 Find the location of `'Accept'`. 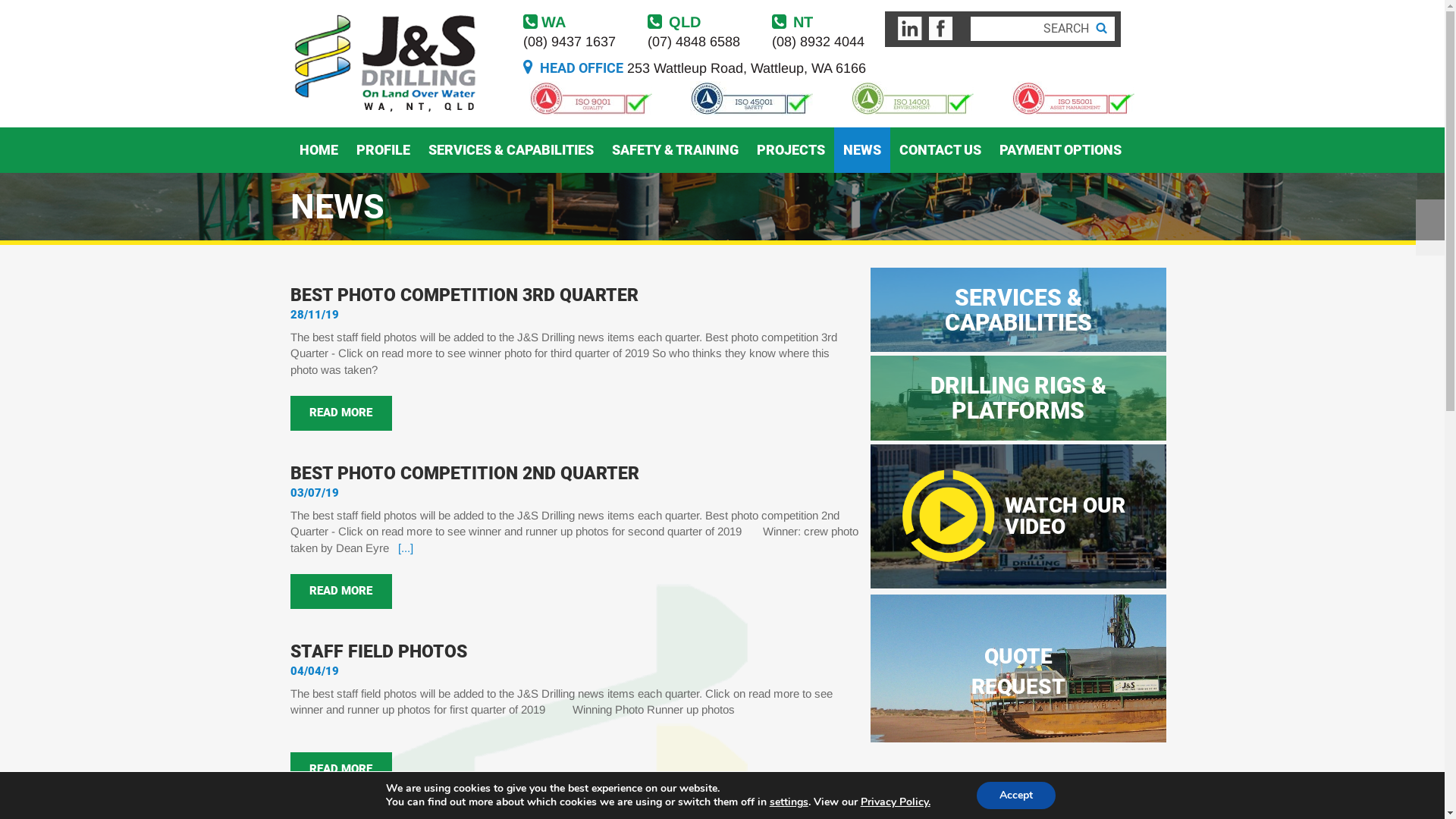

'Accept' is located at coordinates (1015, 795).